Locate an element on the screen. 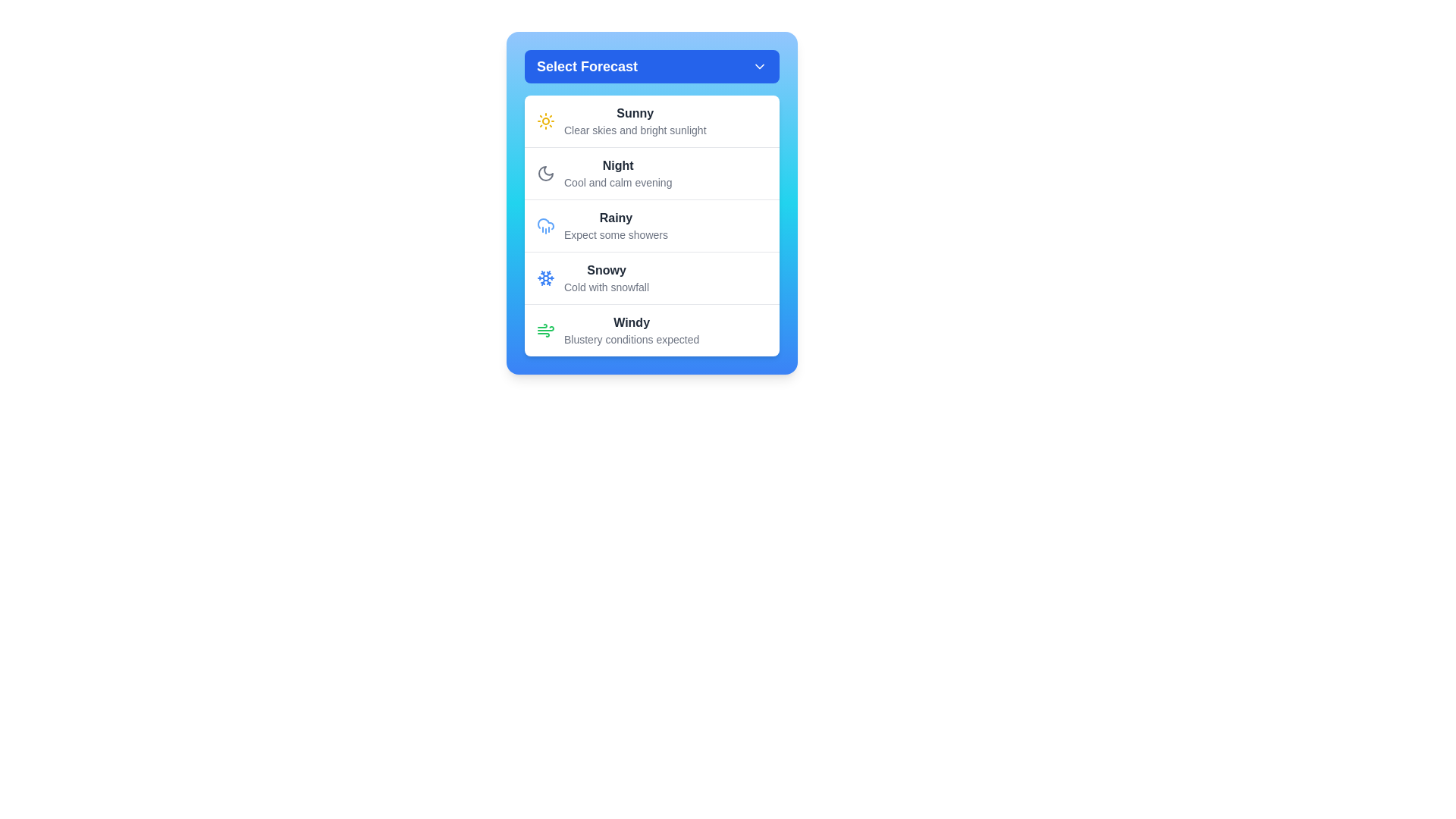 Image resolution: width=1456 pixels, height=819 pixels. text content of the Text label displaying 'Windy Blustery conditions expected', which is the last item in the dropdown list of weather conditions, visually aligned with a wind icon is located at coordinates (632, 329).